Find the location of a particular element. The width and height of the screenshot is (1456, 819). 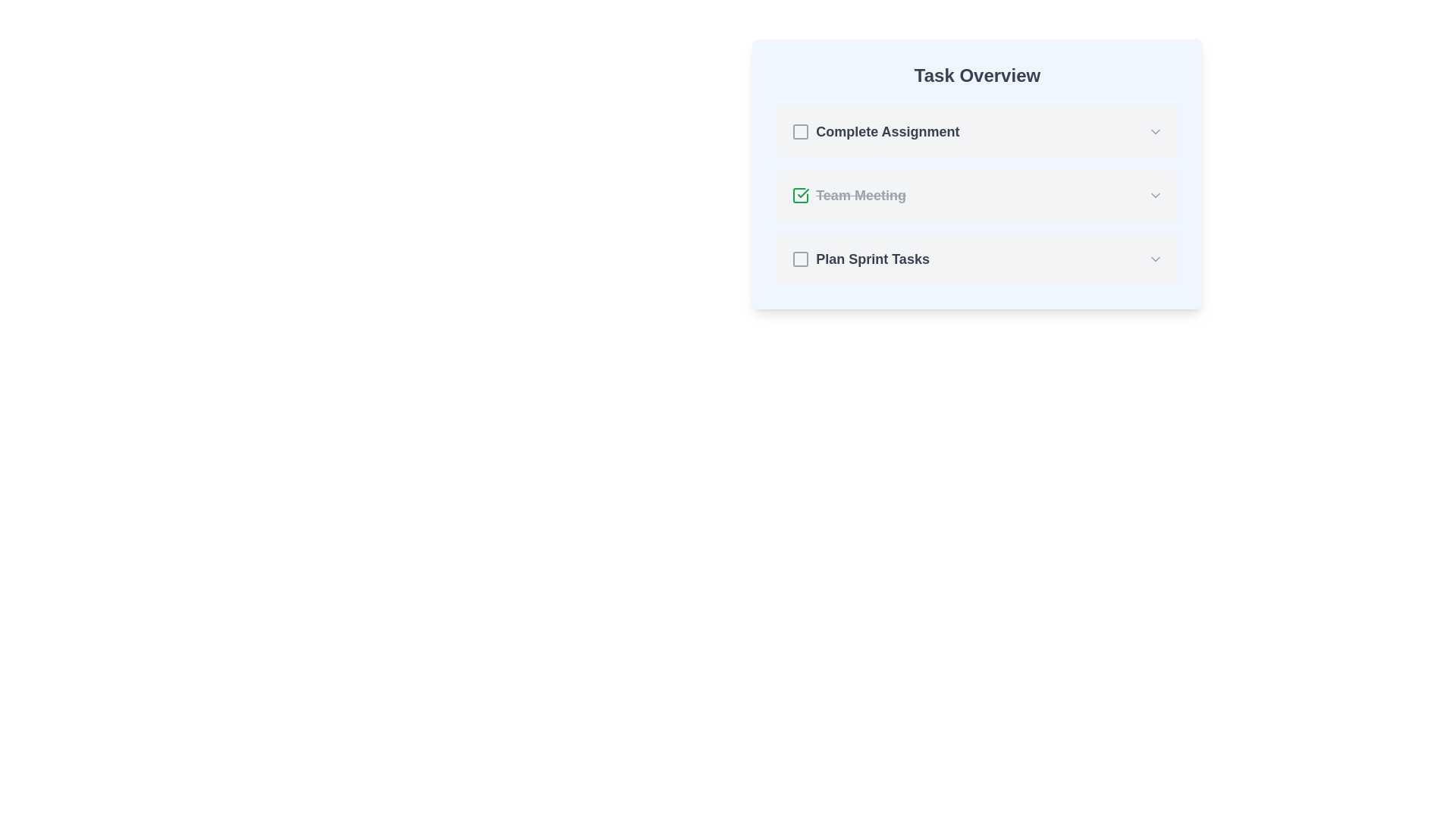

the Checkbox icon indicating a completed task for the 'Team Meeting' in the vertical task list labeled 'Task Overview' is located at coordinates (800, 195).